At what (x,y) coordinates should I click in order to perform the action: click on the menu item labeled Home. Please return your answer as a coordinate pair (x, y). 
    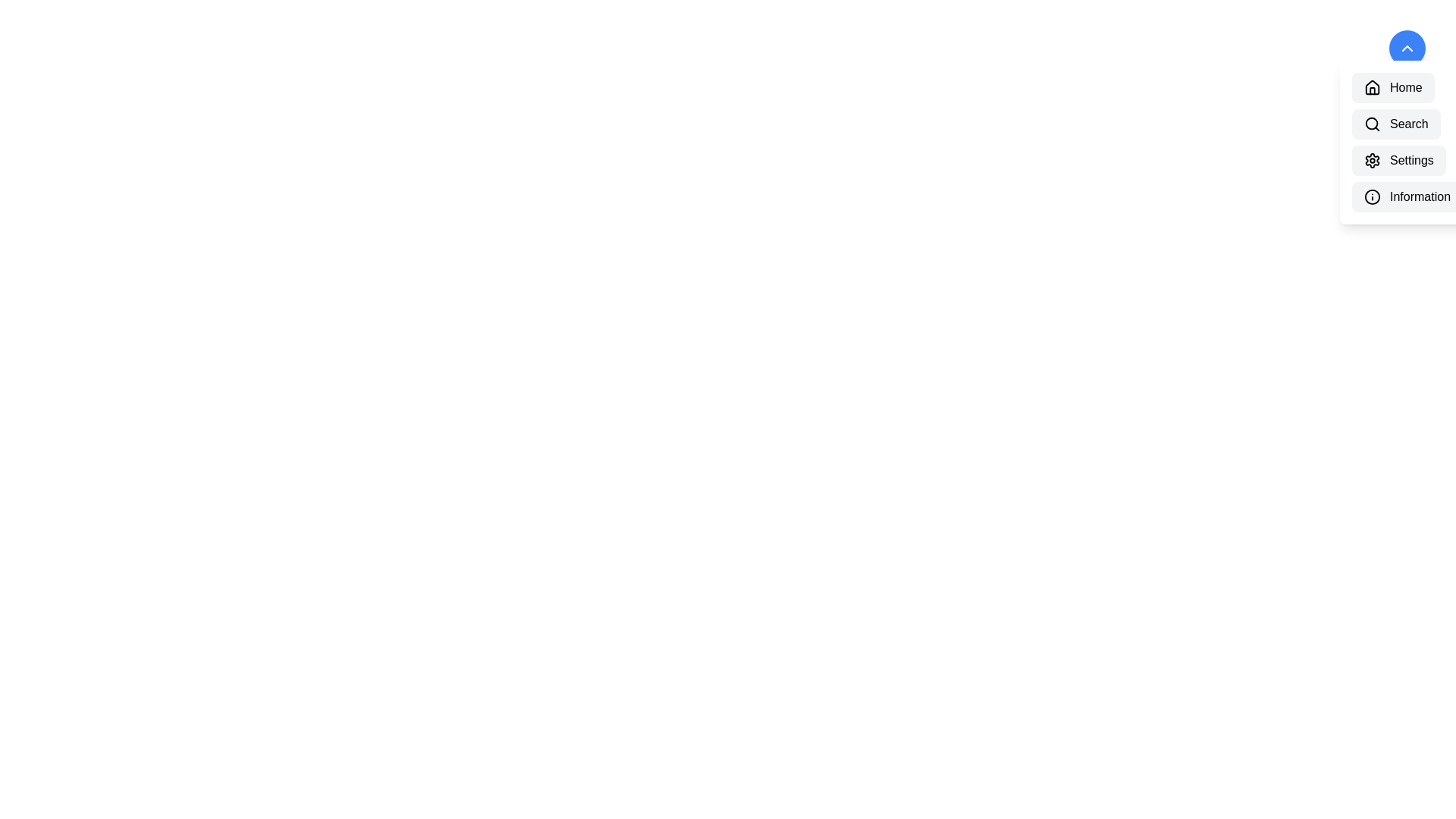
    Looking at the image, I should click on (1393, 87).